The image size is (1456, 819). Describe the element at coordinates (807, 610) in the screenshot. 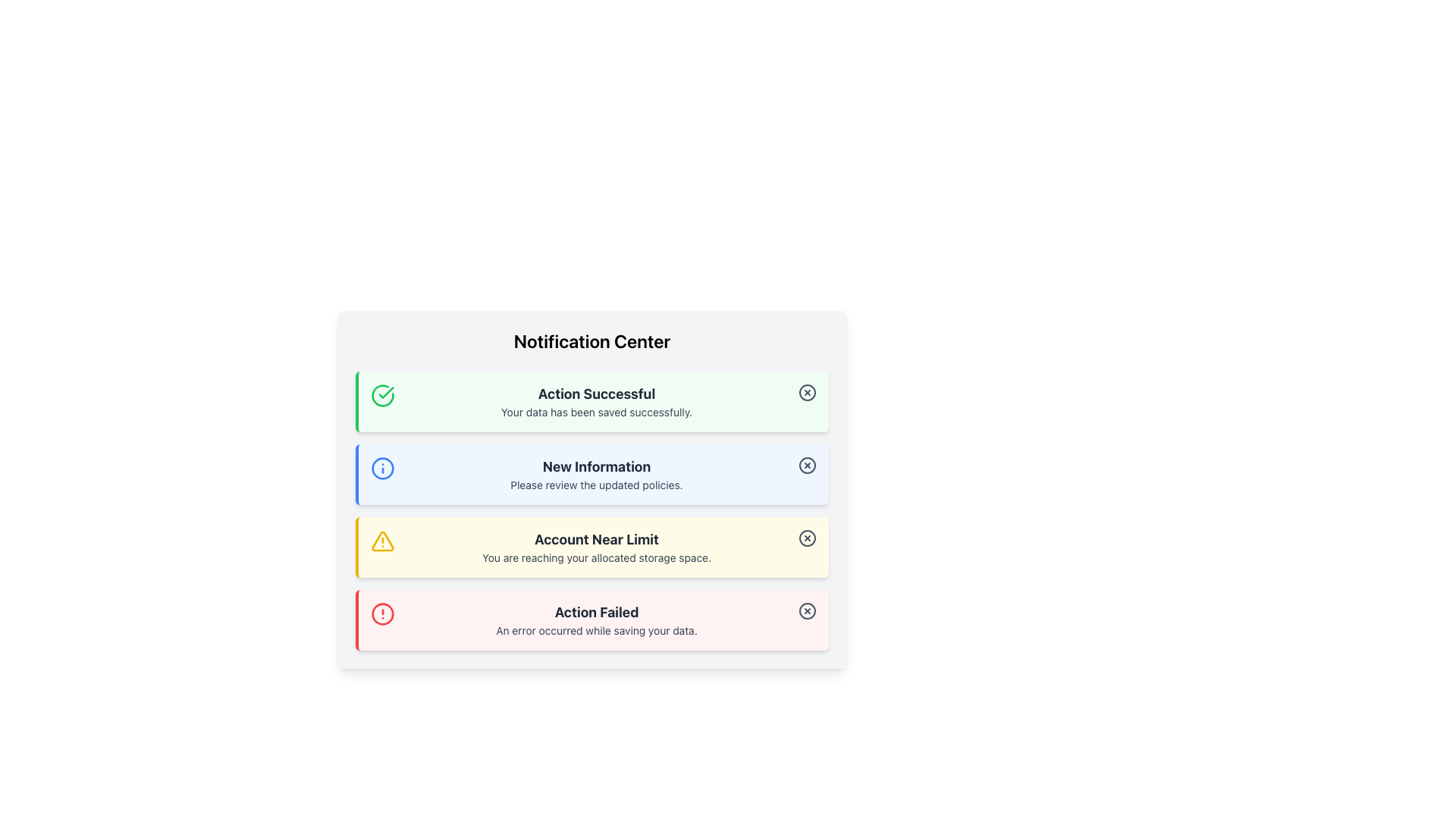

I see `the small circular button with an 'X' icon inside, located at the far-right of the notification card titled 'Action Failed'` at that location.